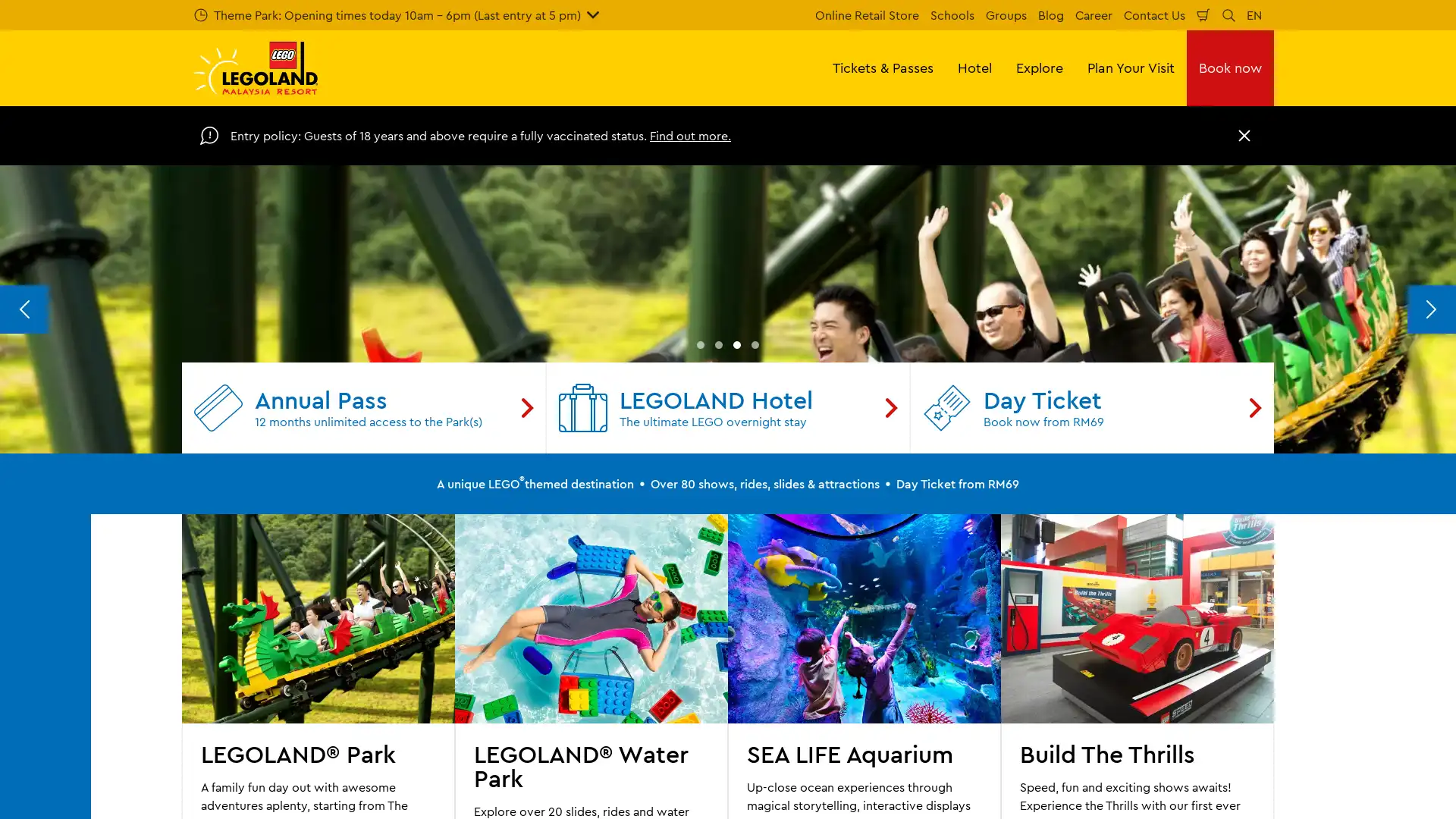 The height and width of the screenshot is (819, 1456). I want to click on Book now, so click(1230, 67).